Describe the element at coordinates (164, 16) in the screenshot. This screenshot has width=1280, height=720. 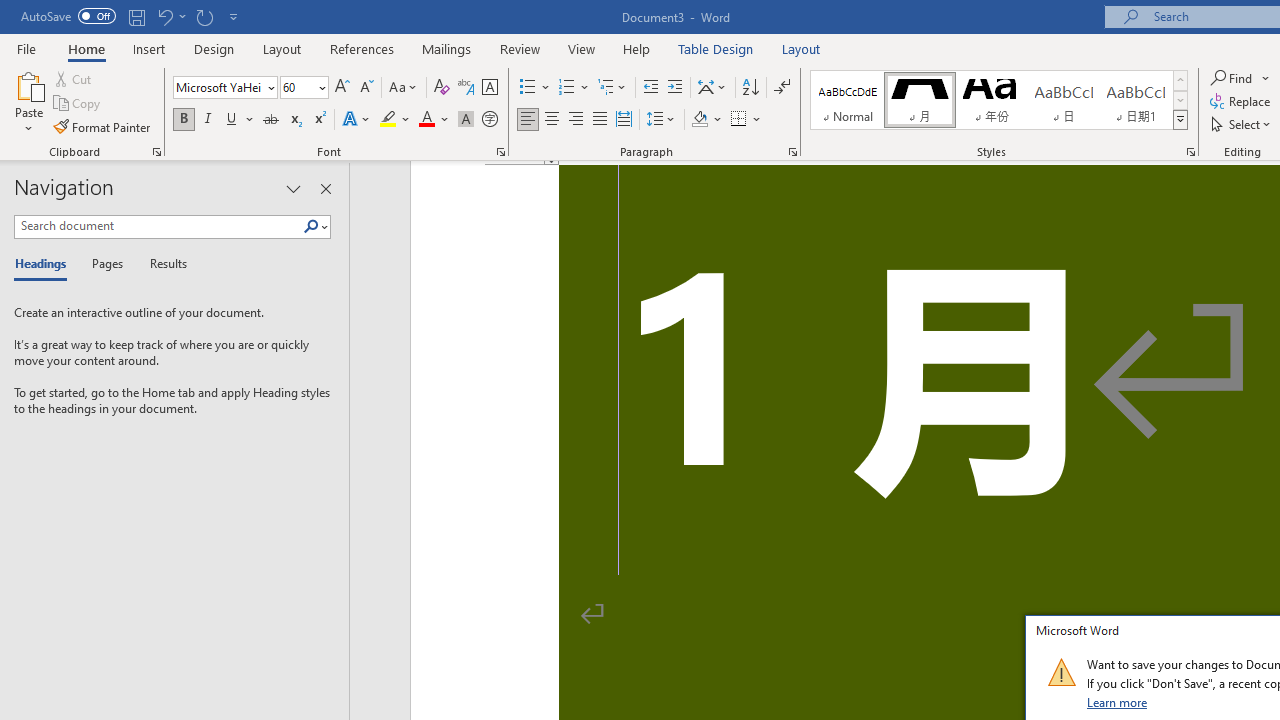
I see `'Undo Increase Indent'` at that location.